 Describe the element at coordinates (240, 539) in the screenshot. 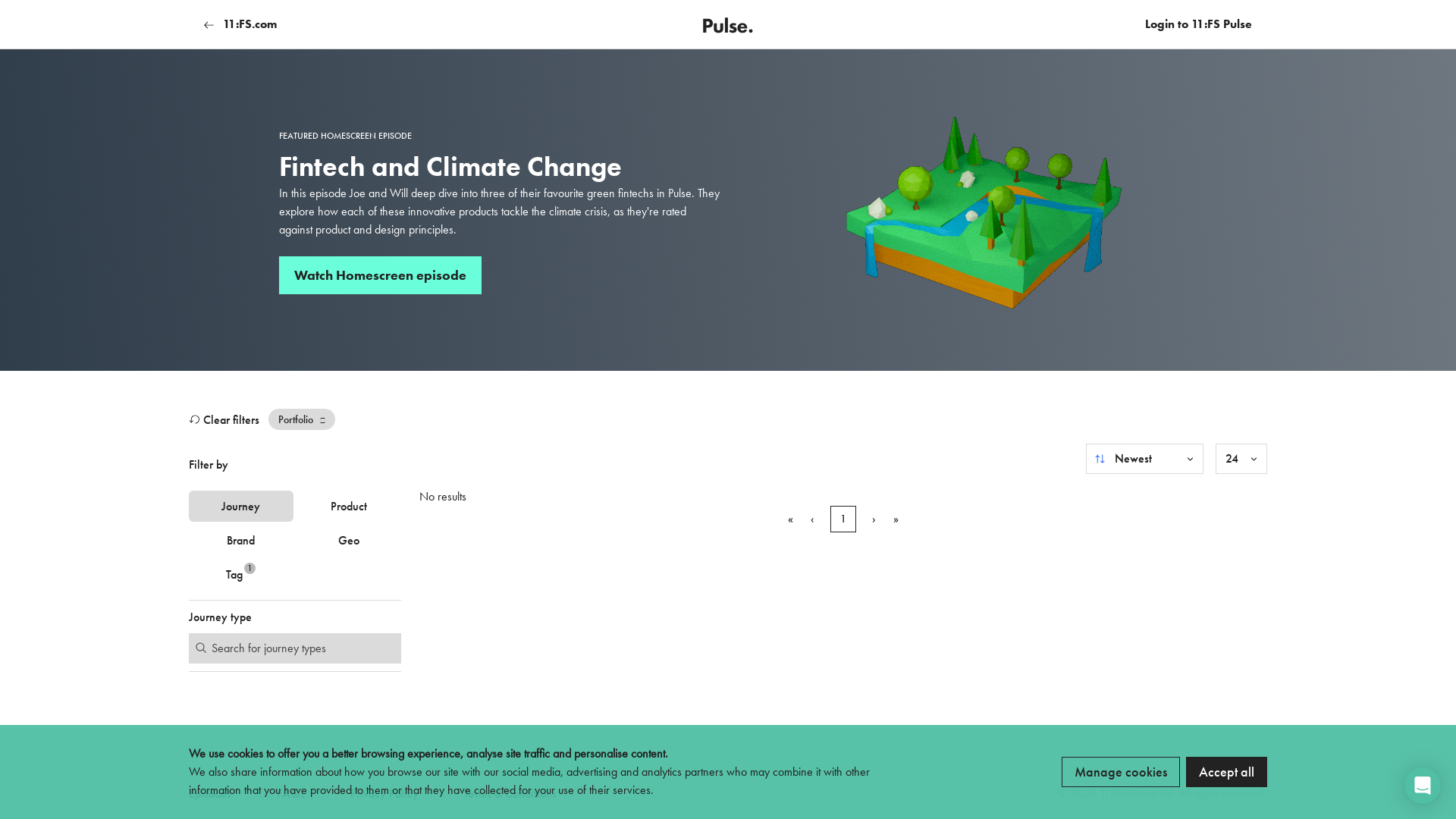

I see `'Brand'` at that location.